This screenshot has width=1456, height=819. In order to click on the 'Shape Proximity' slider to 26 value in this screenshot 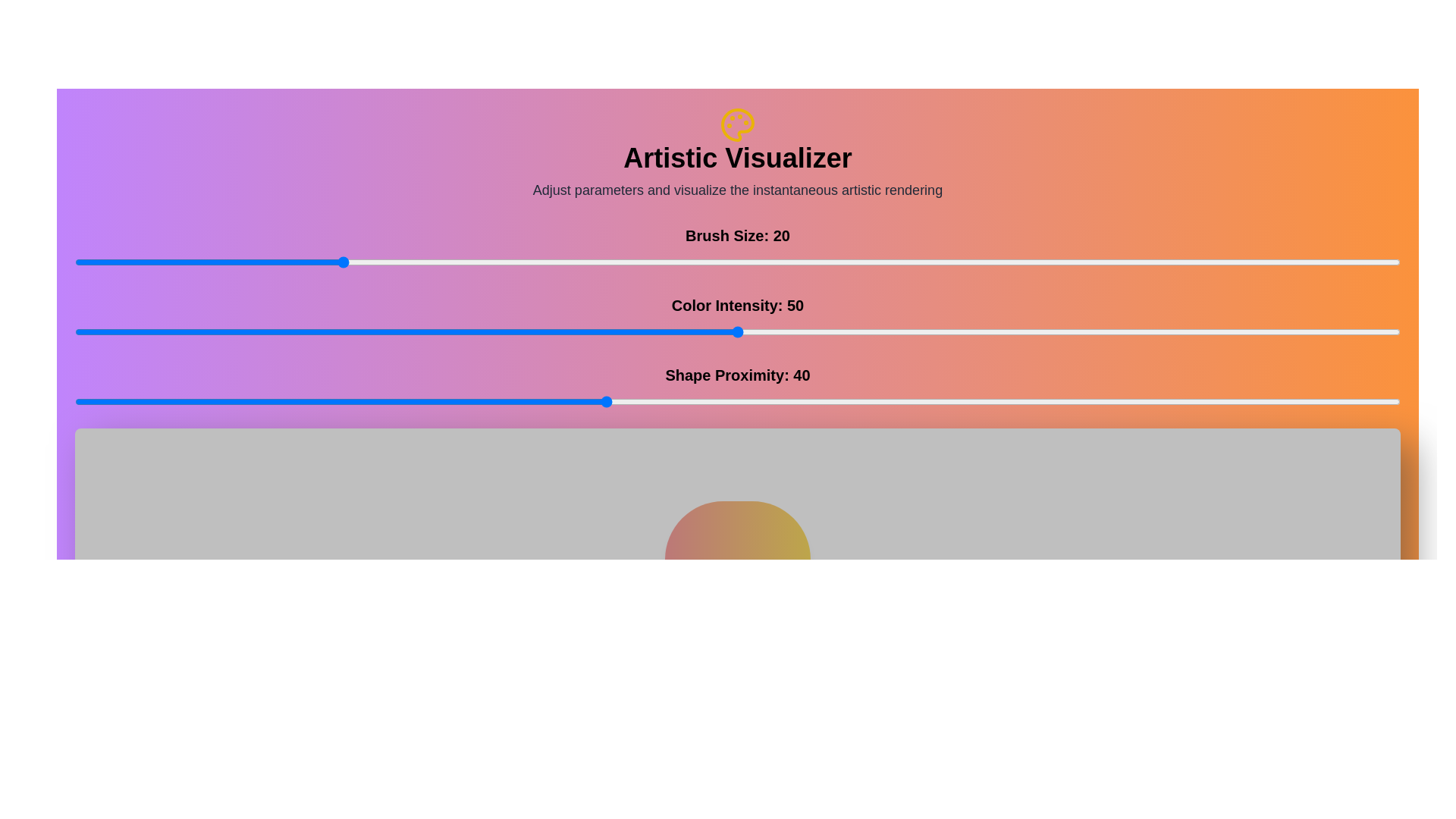, I will do `click(419, 400)`.